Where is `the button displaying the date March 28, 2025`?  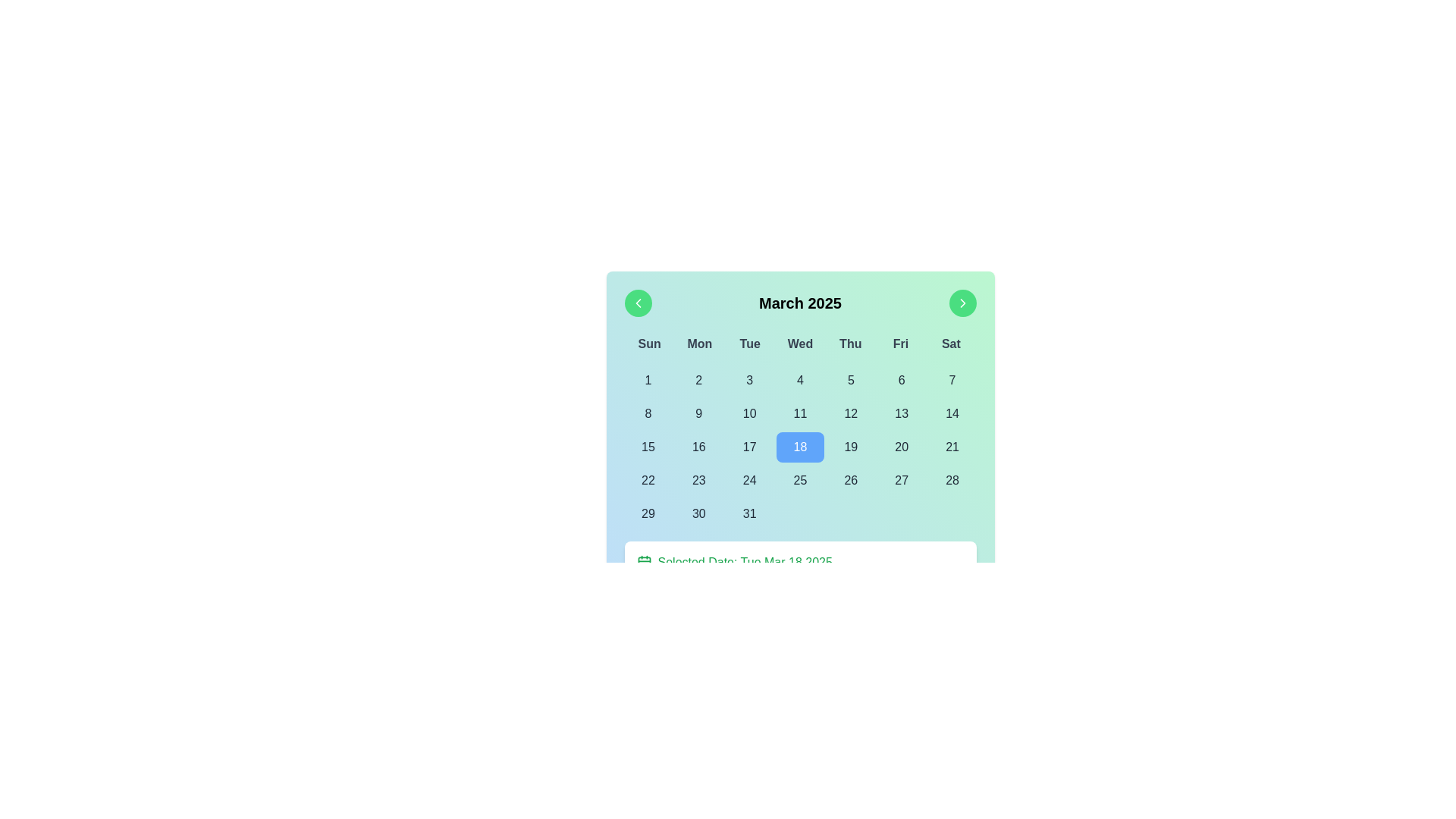 the button displaying the date March 28, 2025 is located at coordinates (952, 480).